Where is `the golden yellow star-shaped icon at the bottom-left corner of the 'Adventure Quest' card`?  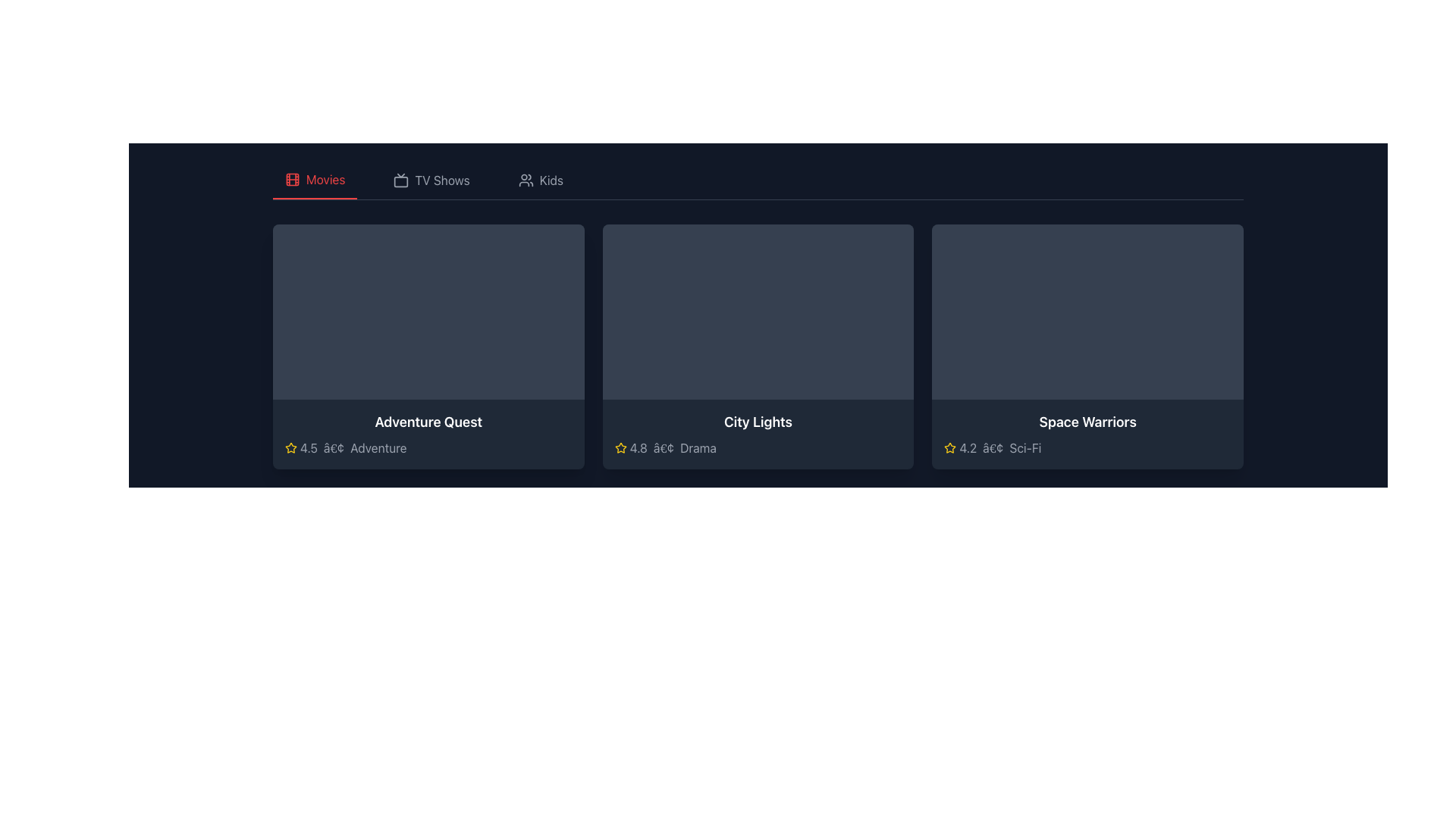
the golden yellow star-shaped icon at the bottom-left corner of the 'Adventure Quest' card is located at coordinates (291, 447).